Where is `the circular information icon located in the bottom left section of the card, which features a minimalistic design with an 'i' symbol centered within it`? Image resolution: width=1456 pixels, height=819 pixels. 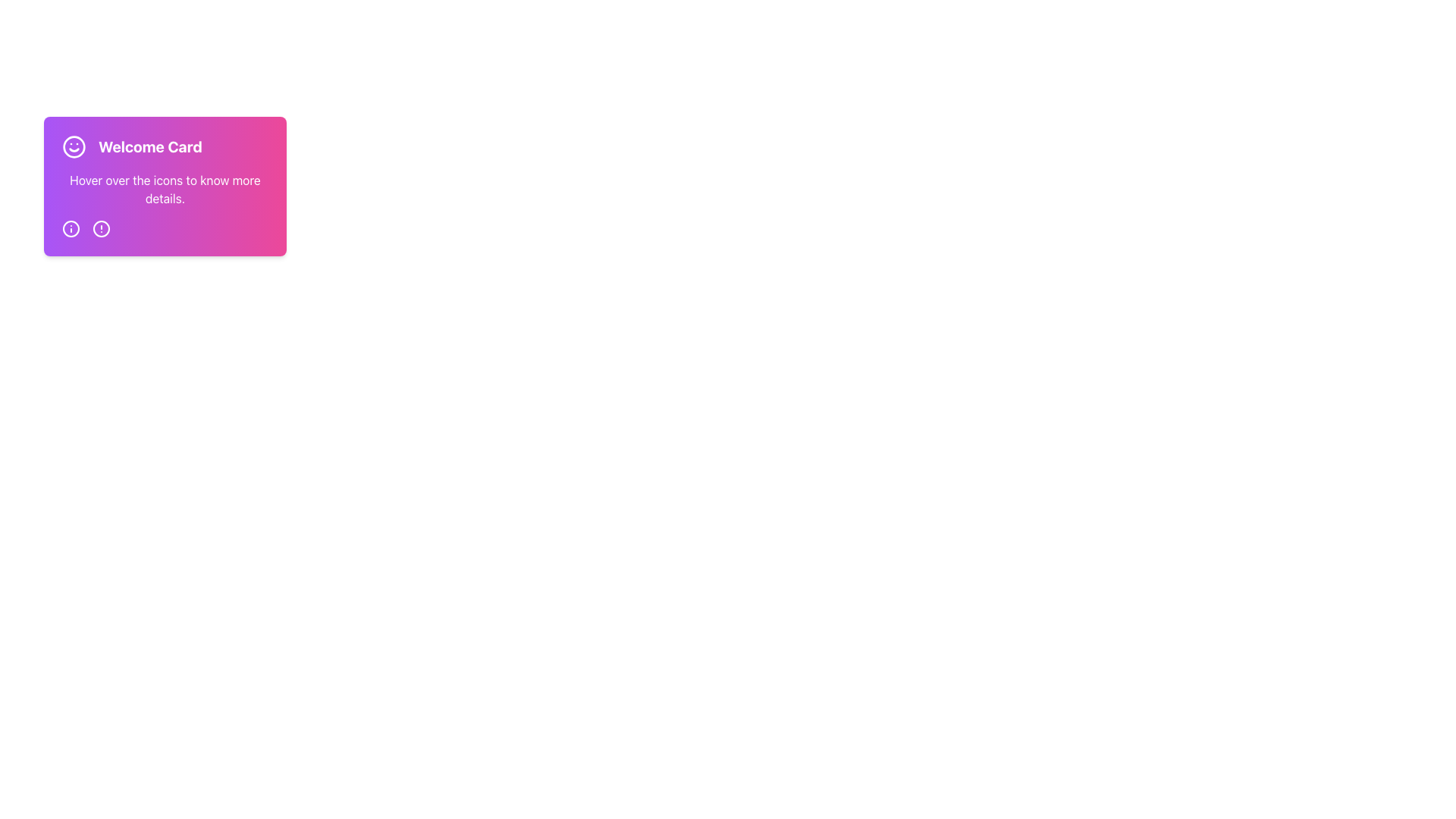 the circular information icon located in the bottom left section of the card, which features a minimalistic design with an 'i' symbol centered within it is located at coordinates (71, 228).